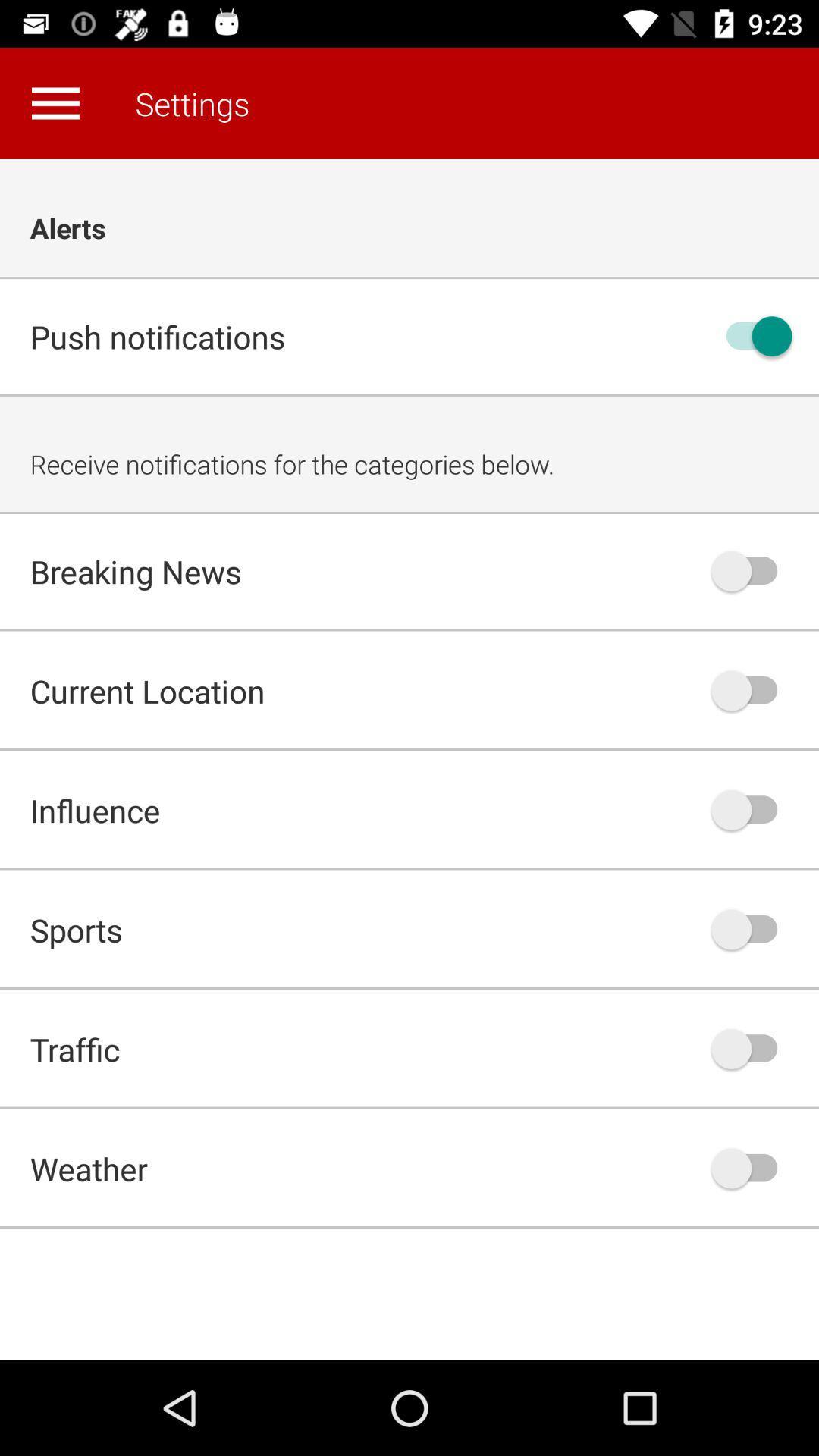 The height and width of the screenshot is (1456, 819). I want to click on activate, so click(752, 570).